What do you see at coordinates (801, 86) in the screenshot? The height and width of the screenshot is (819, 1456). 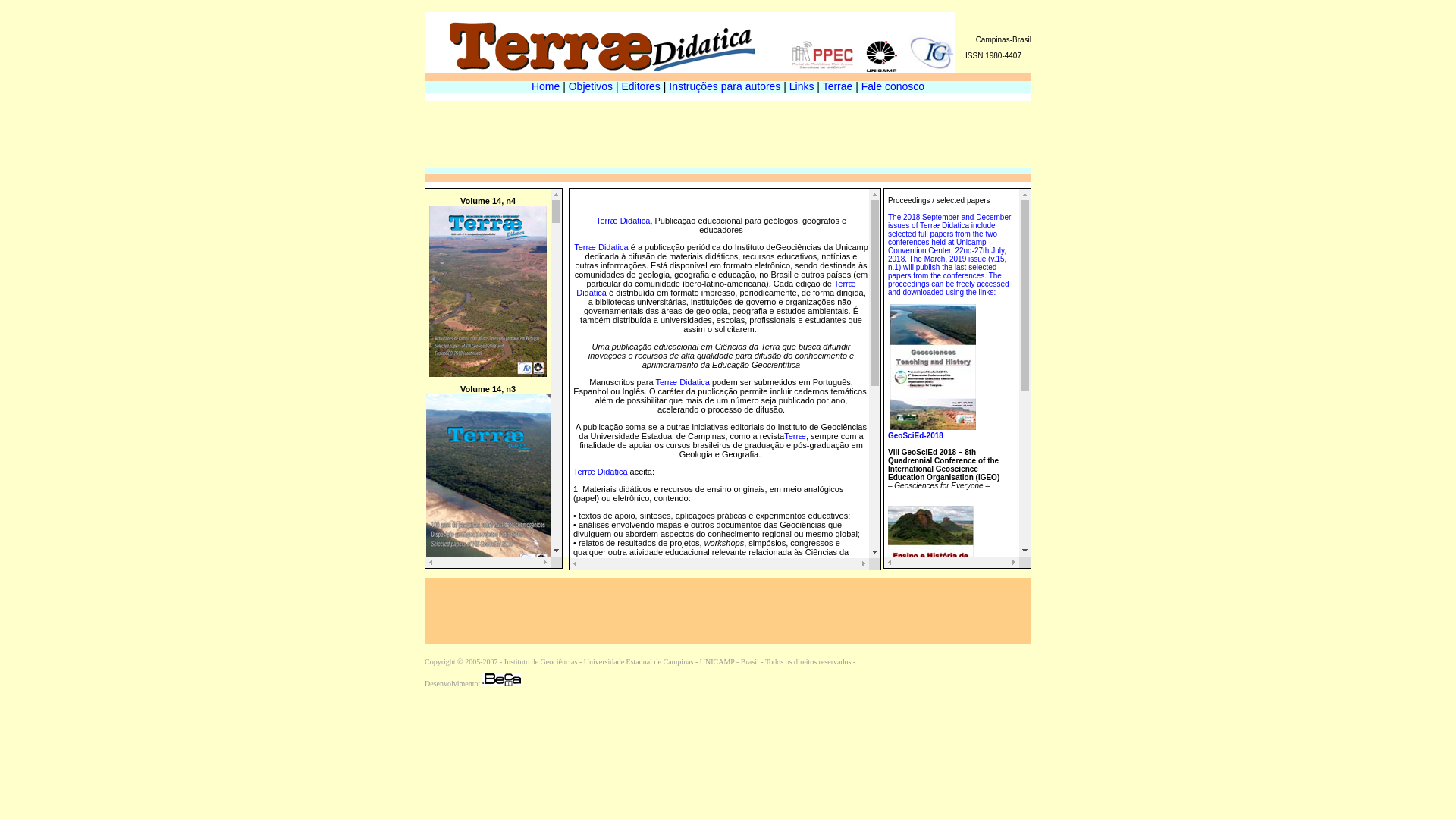 I see `'Links'` at bounding box center [801, 86].